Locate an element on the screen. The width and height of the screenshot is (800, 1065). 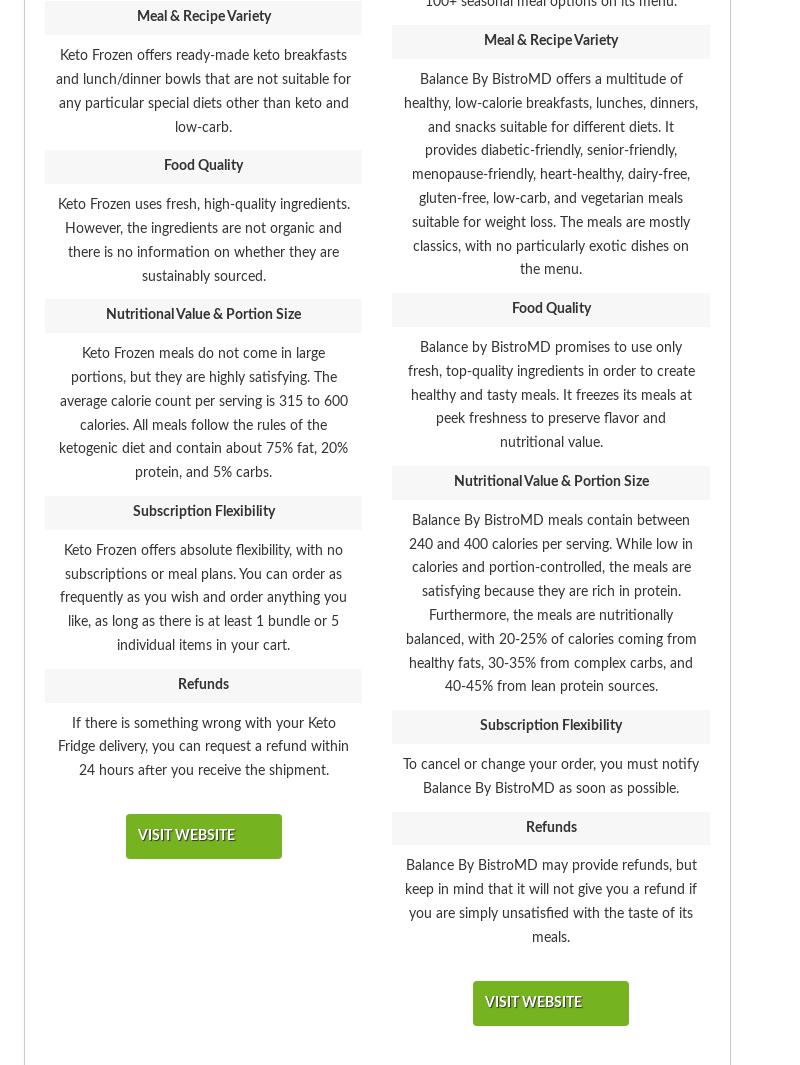
'Balance by BistroMD promises to use only fresh, top-quality ingredients in order to create healthy and tasty meals. It freezes its meals at peek freshness to preserve flavor and nutritional value.' is located at coordinates (407, 394).